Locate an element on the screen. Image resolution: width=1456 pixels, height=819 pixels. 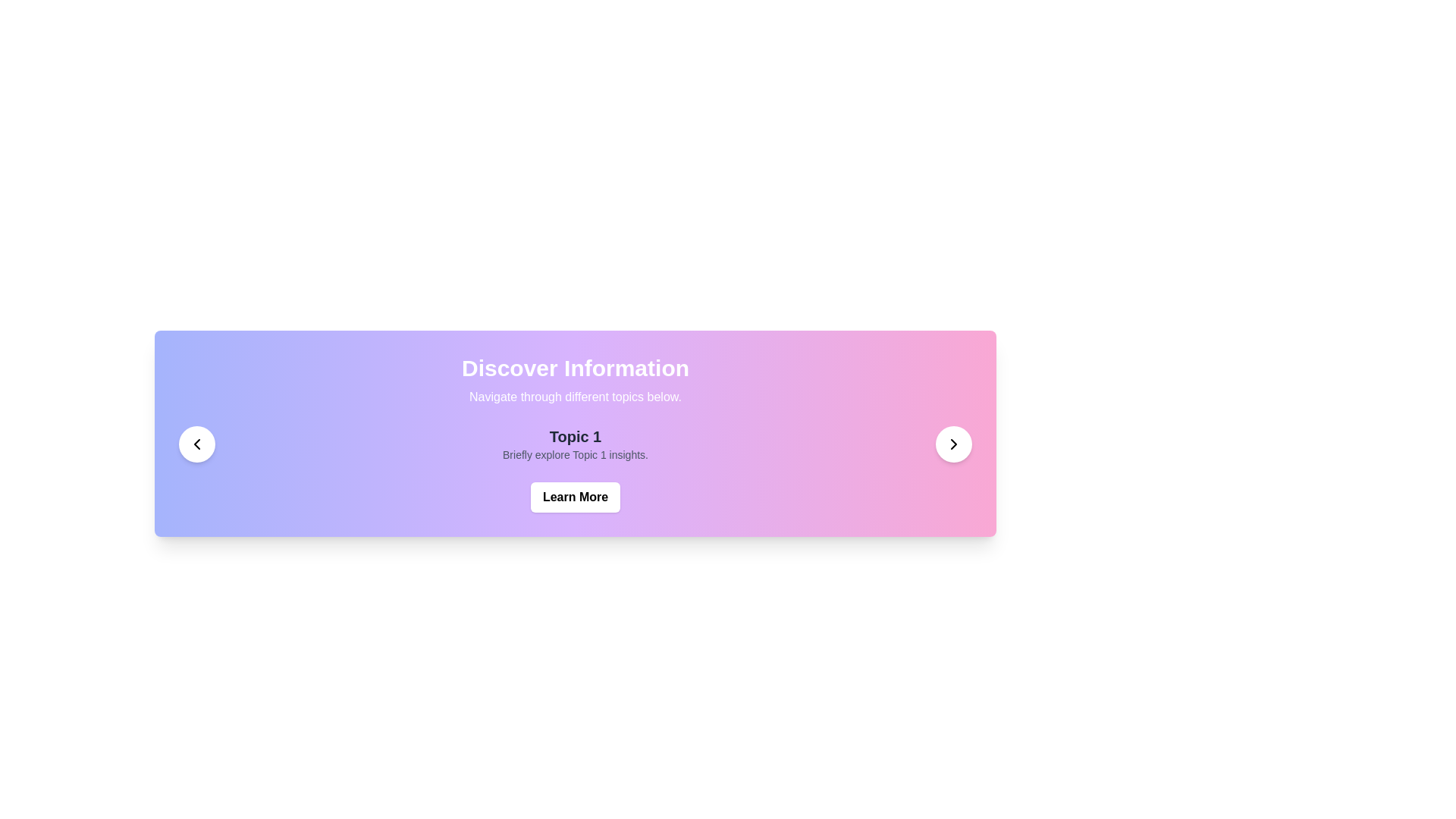
the 'Learn More' button with a white background and black text located at the center-bottom of the card titled 'Discover Information' is located at coordinates (574, 497).